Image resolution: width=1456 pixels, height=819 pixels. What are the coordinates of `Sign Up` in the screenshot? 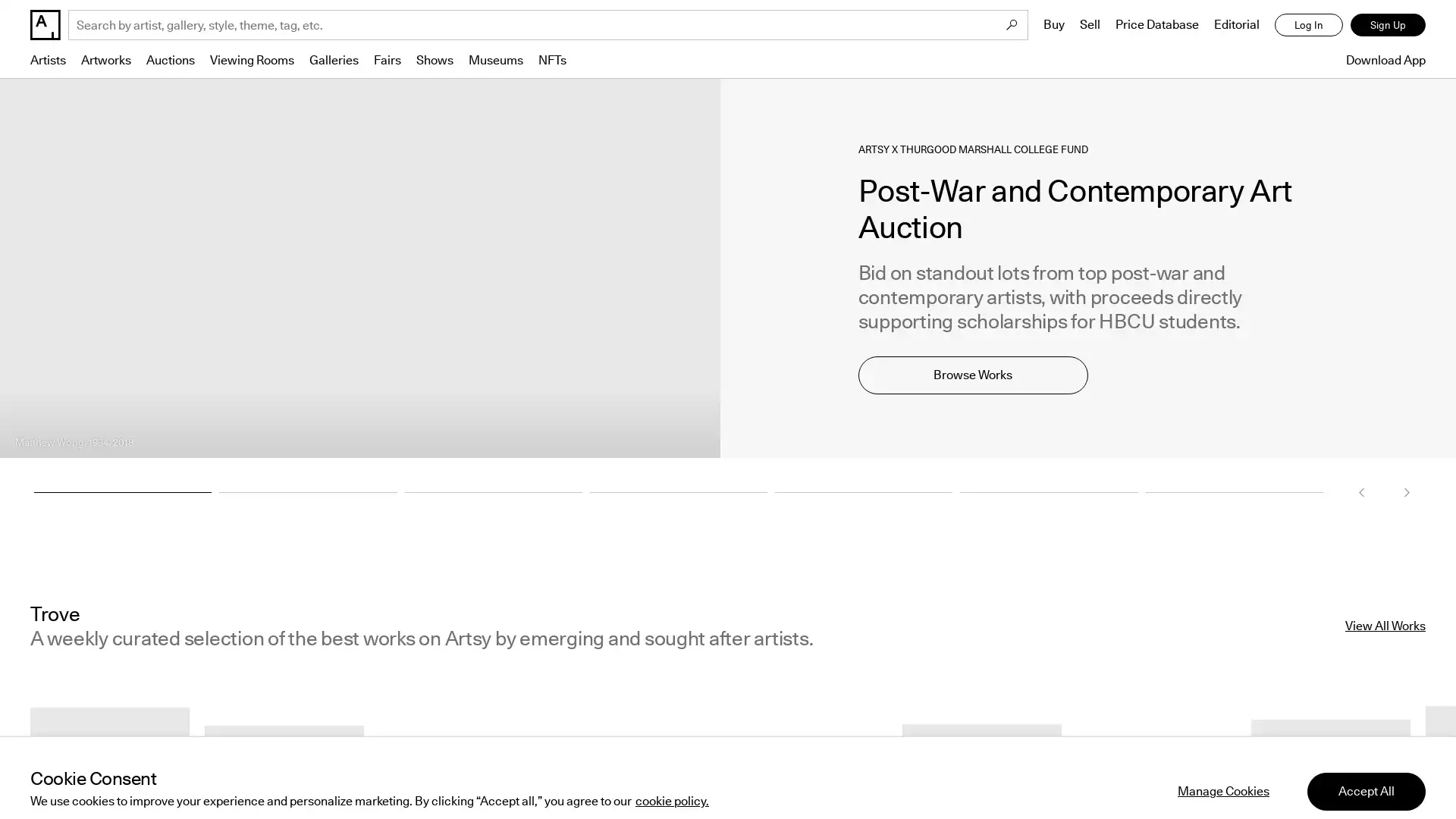 It's located at (1388, 25).